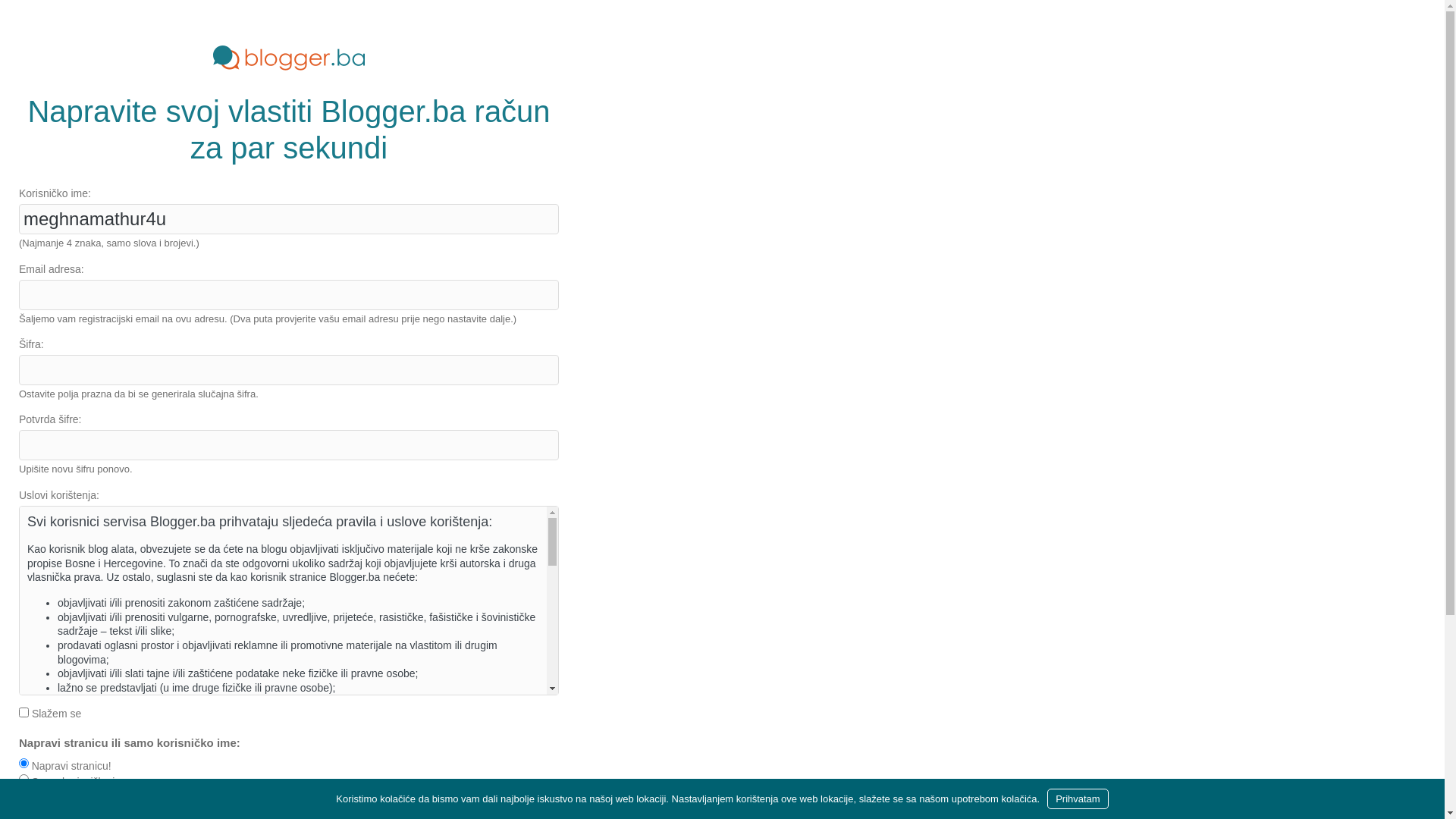 The height and width of the screenshot is (819, 1456). Describe the element at coordinates (1077, 798) in the screenshot. I see `'Prihvatam'` at that location.